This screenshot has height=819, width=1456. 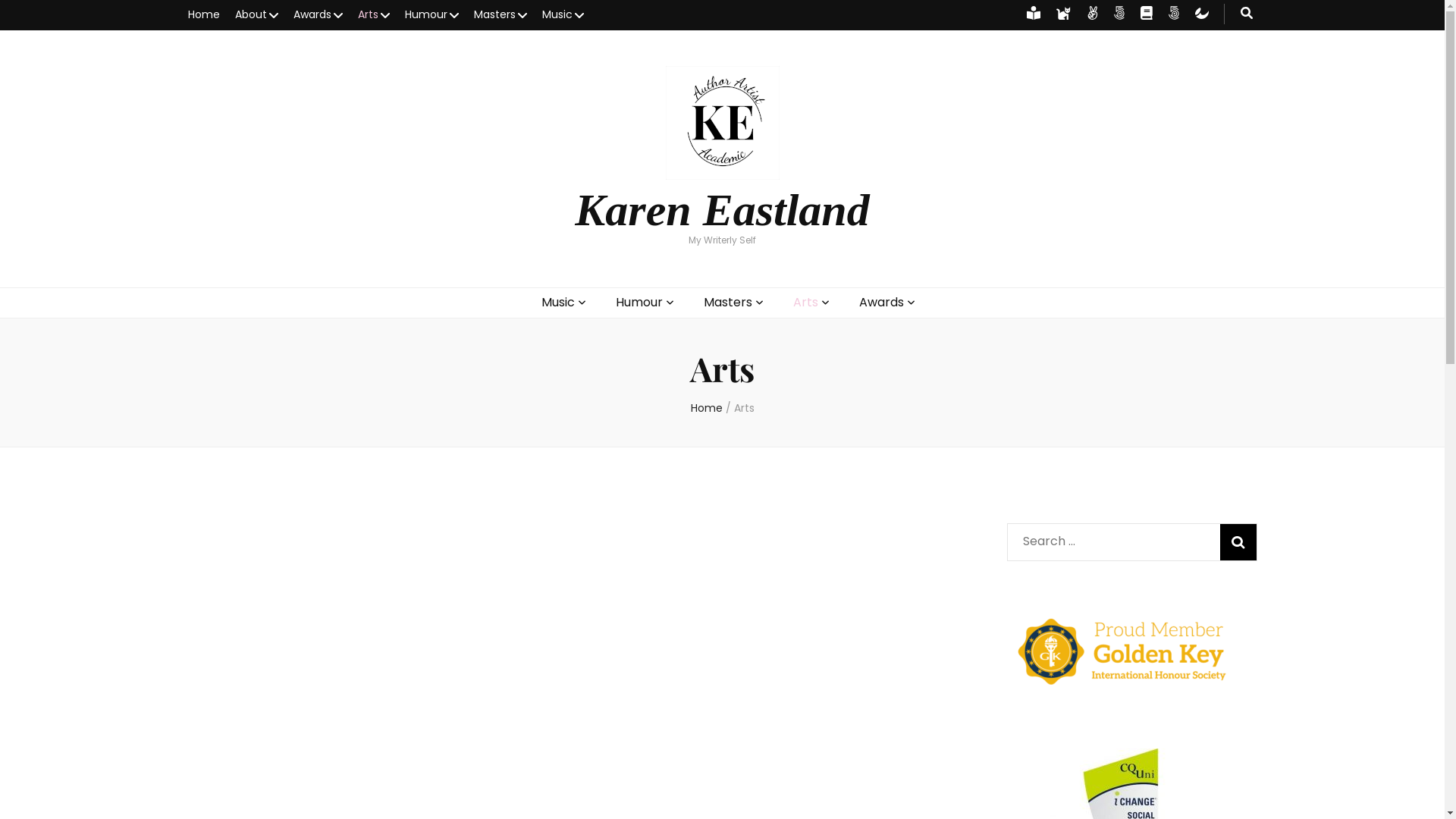 What do you see at coordinates (499, 14) in the screenshot?
I see `'Masters'` at bounding box center [499, 14].